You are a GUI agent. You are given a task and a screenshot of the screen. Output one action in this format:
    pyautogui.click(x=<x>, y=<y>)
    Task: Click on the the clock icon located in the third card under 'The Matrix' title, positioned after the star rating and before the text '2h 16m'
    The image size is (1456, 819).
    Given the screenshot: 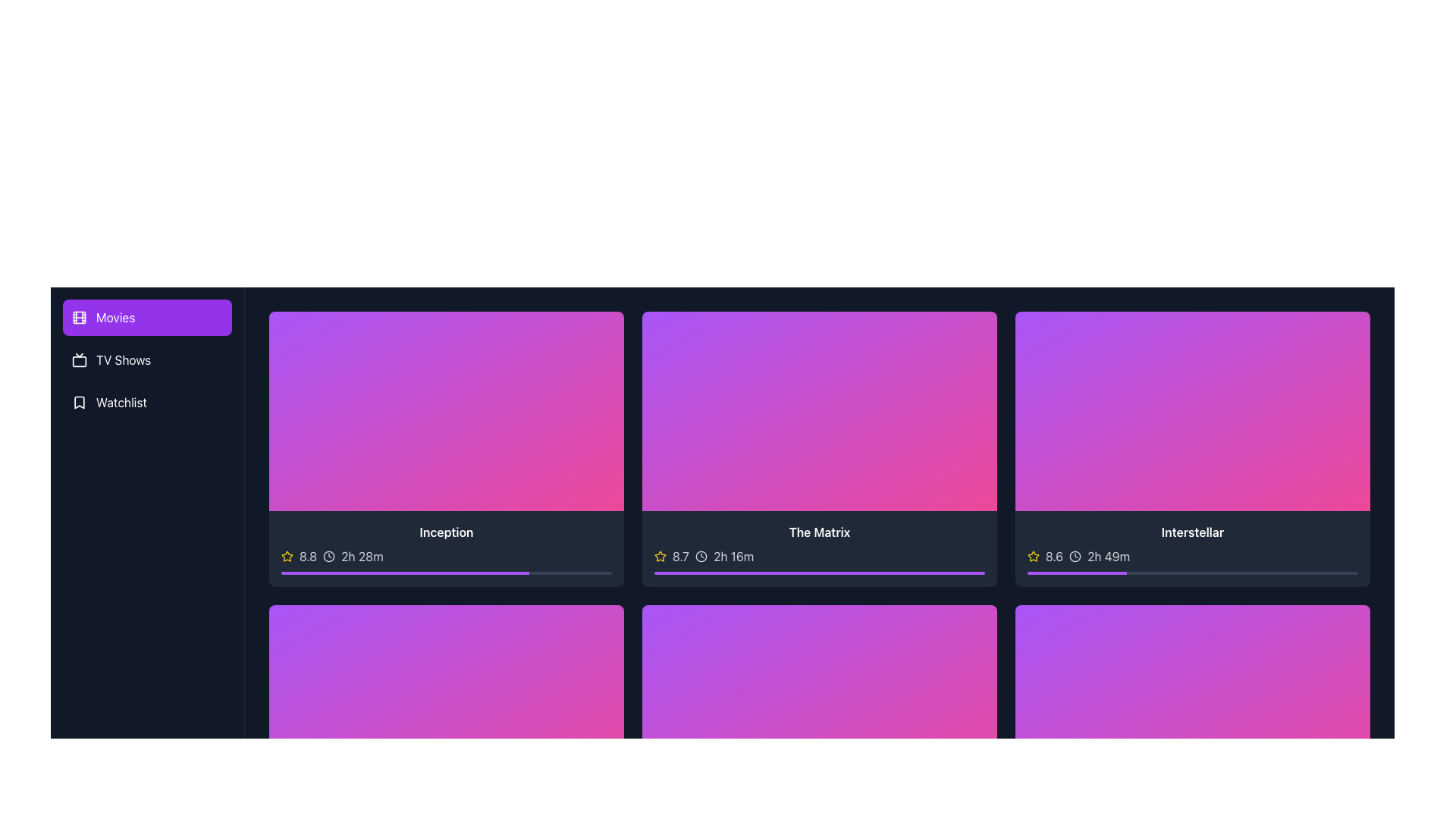 What is the action you would take?
    pyautogui.click(x=701, y=557)
    